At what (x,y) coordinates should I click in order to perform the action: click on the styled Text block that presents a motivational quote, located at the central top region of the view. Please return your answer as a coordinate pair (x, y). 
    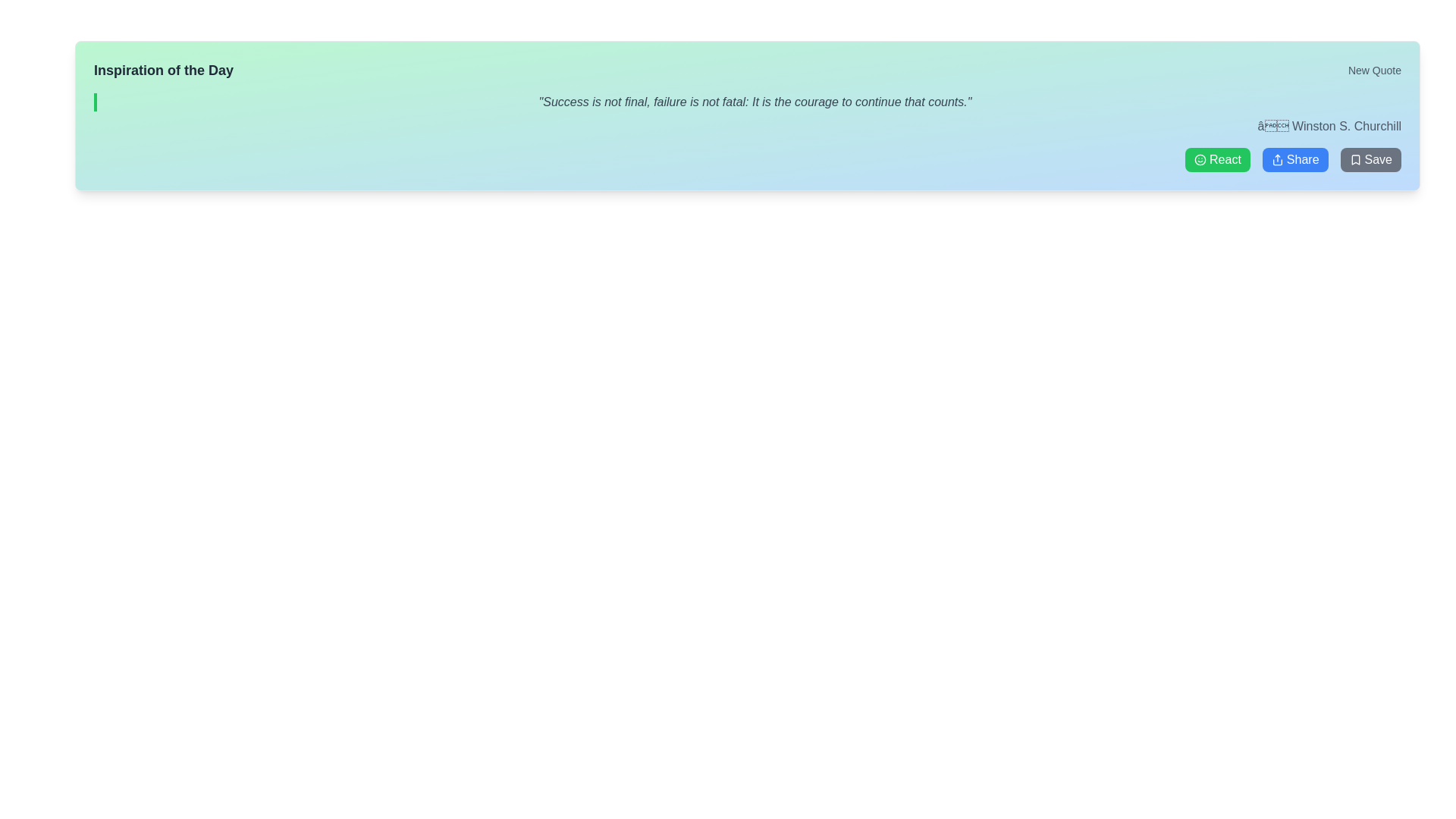
    Looking at the image, I should click on (747, 102).